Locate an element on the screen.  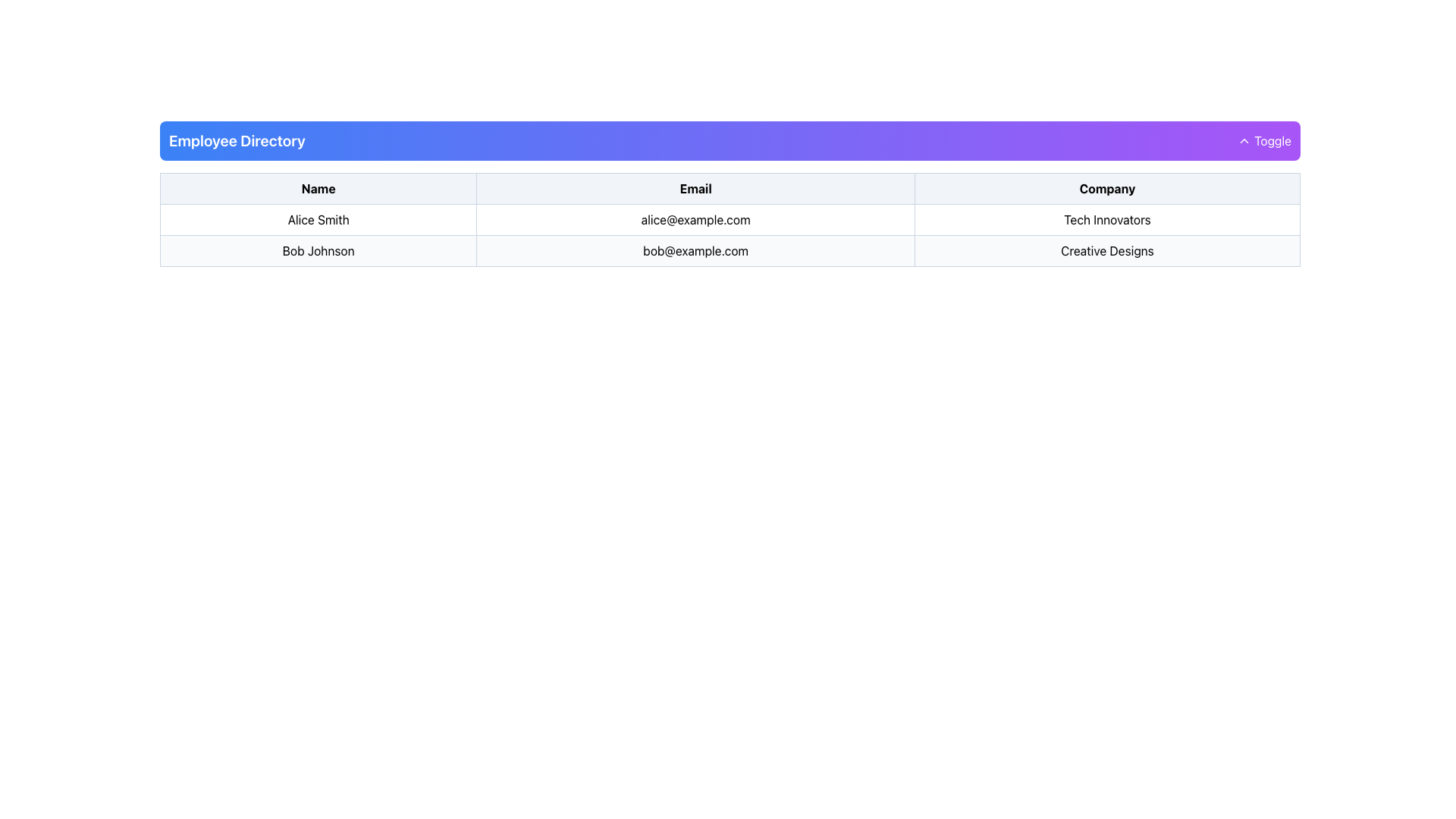
the 'Name' table header, which is the first column header in a table with a light gray background and bold text is located at coordinates (318, 188).